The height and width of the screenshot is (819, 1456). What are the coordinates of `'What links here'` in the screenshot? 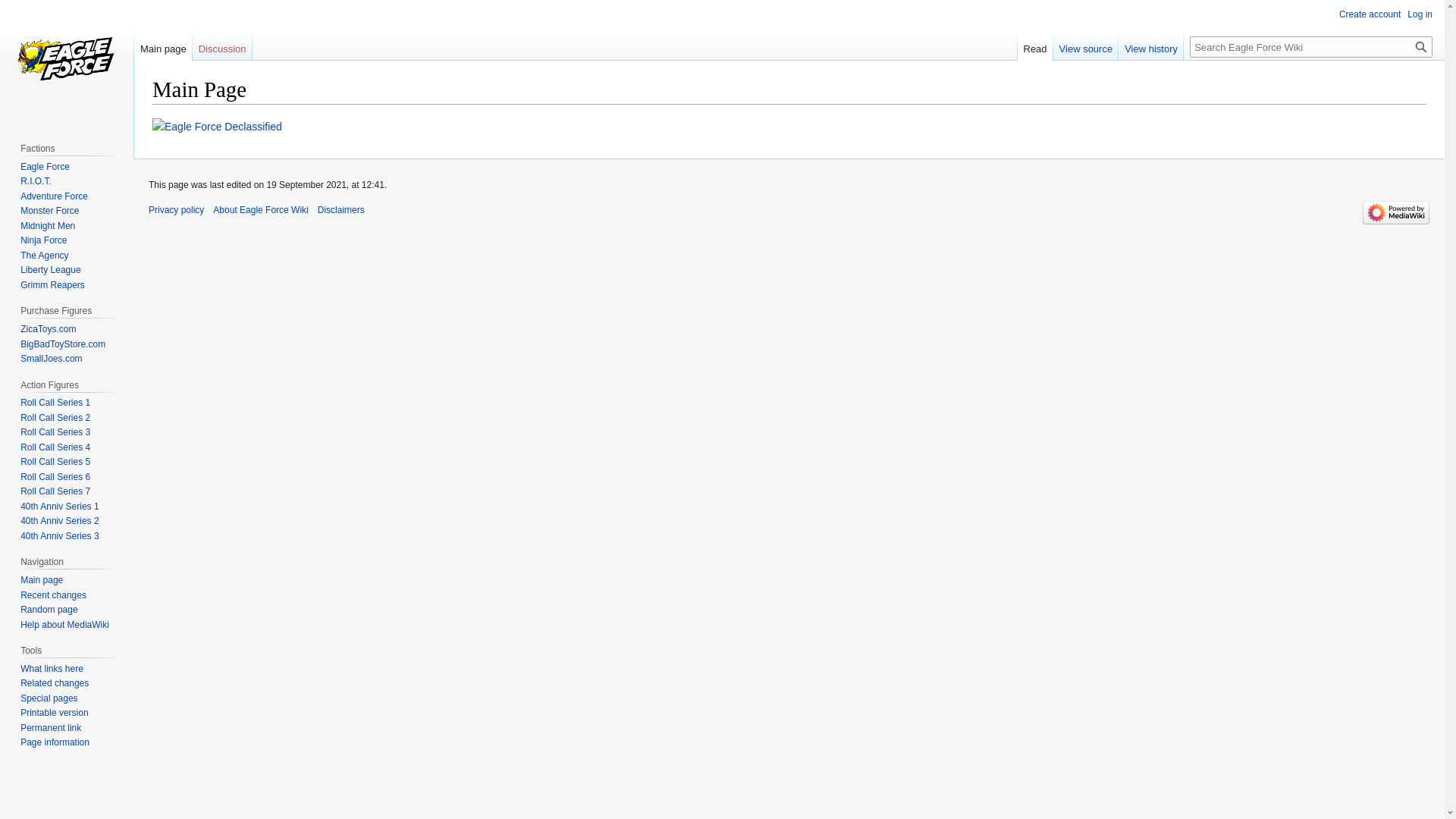 It's located at (52, 668).